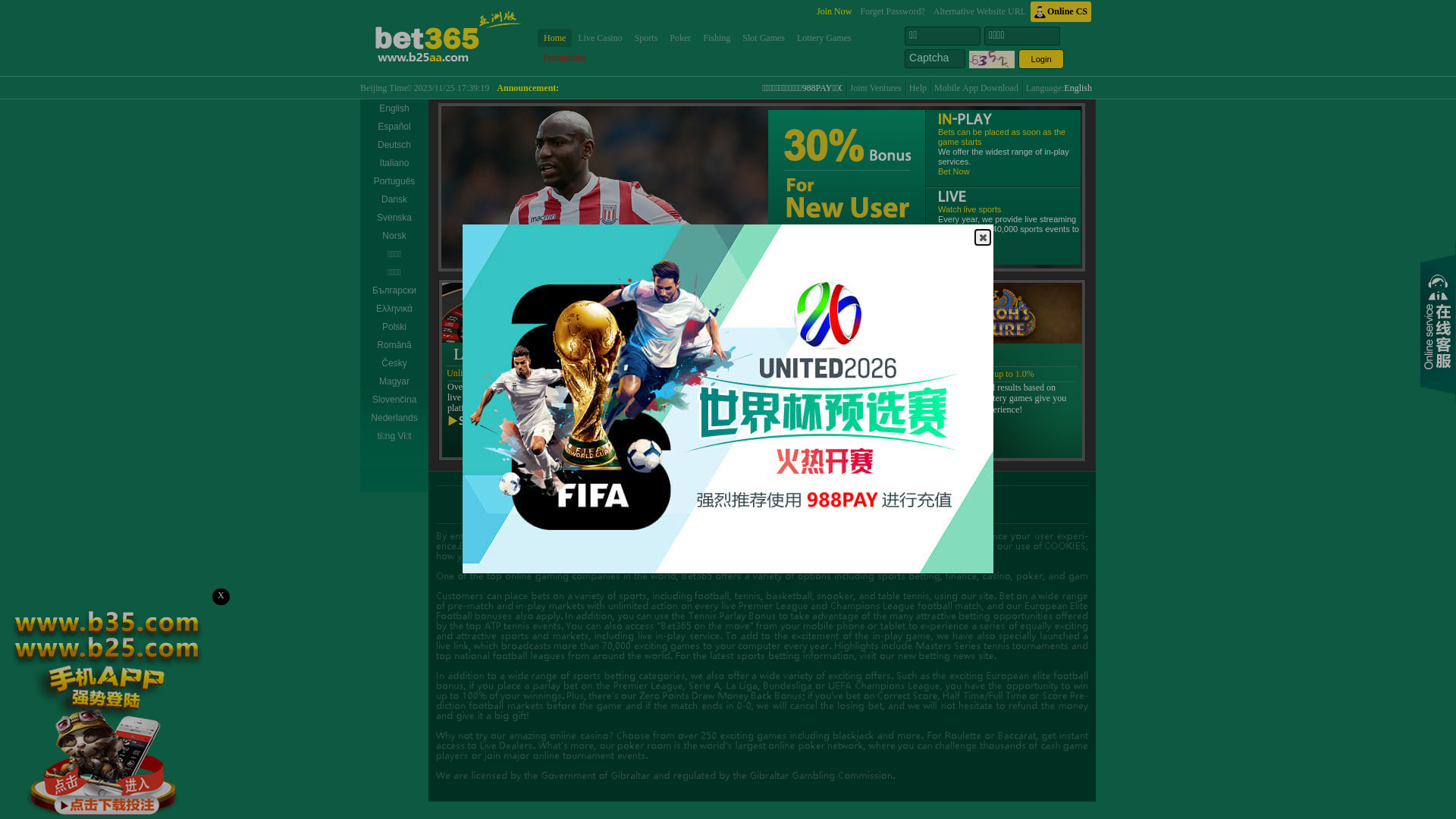 The image size is (1456, 819). I want to click on 'Home', so click(554, 37).